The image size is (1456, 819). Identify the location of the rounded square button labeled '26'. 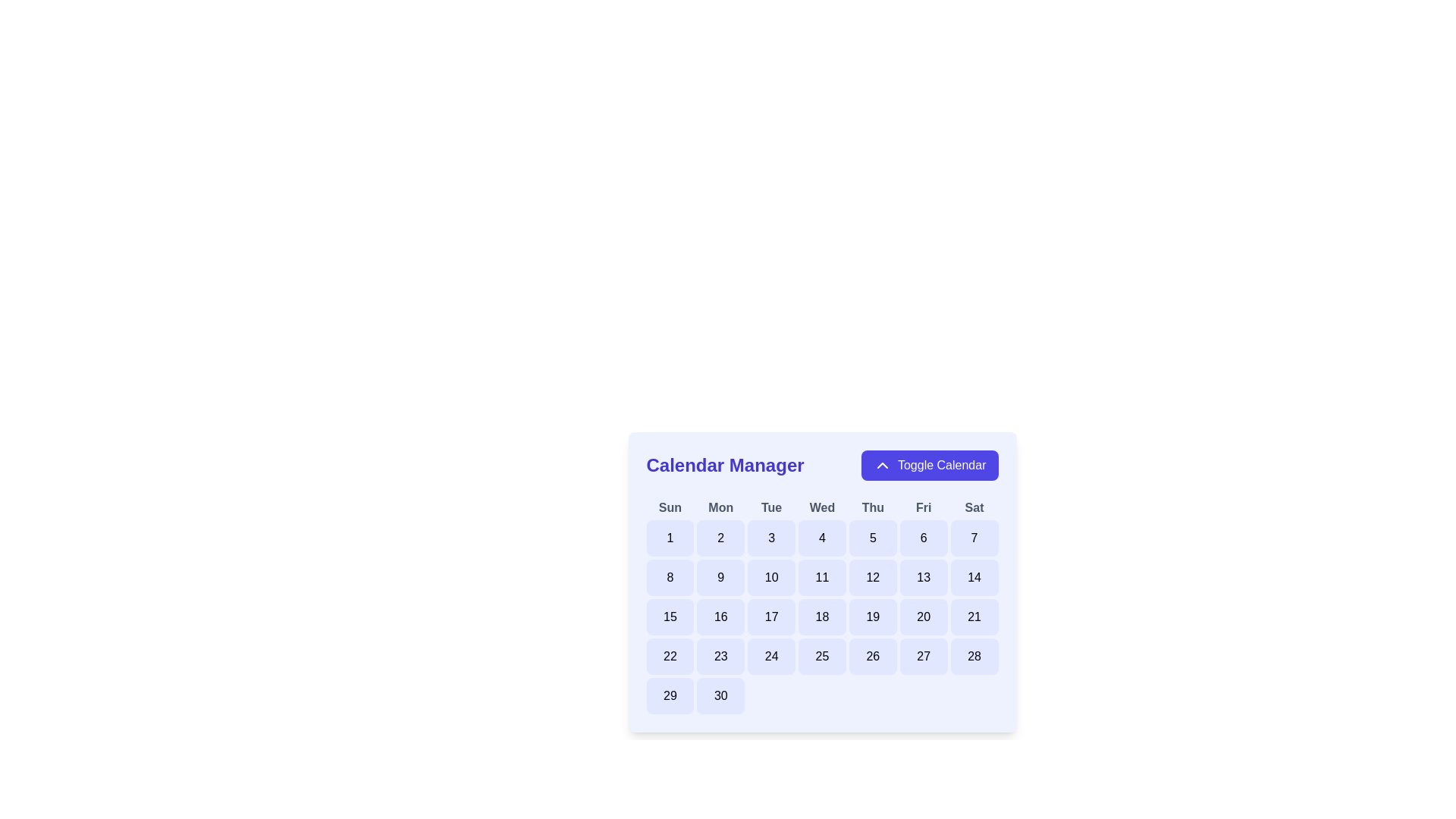
(873, 656).